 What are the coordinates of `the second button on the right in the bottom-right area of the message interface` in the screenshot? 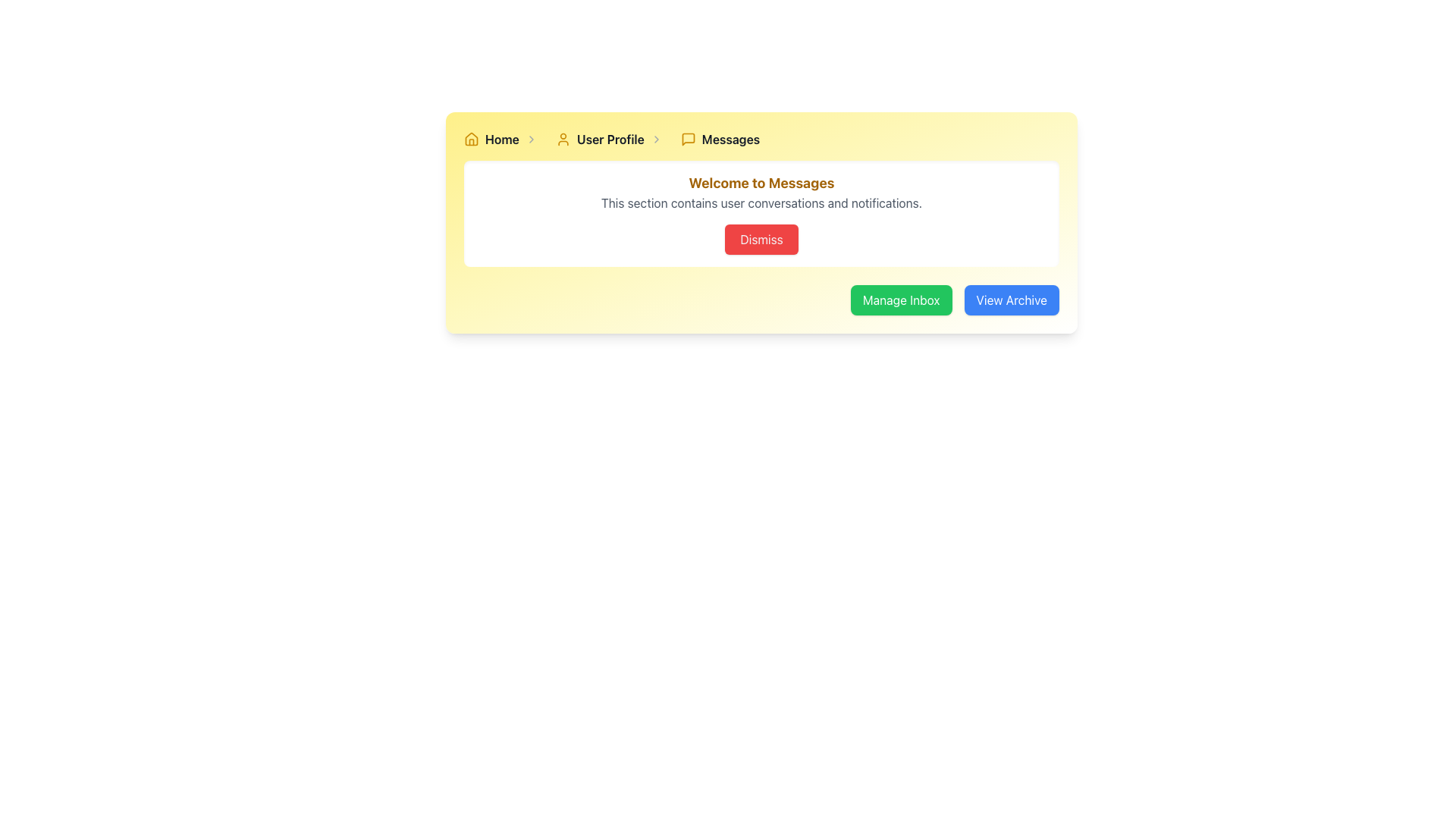 It's located at (1012, 300).